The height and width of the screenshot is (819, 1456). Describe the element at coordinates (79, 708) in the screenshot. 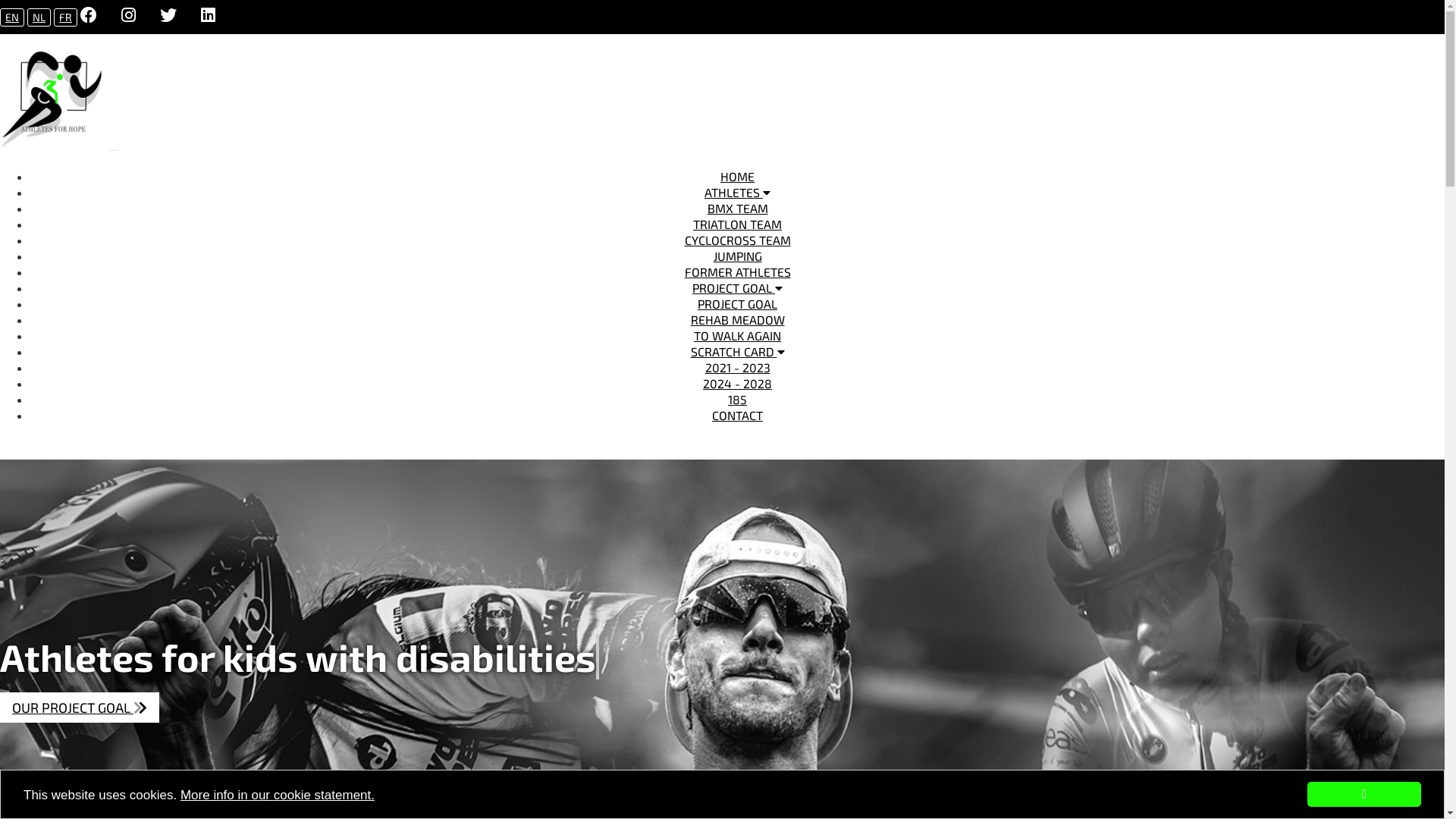

I see `'OUR PROJECT GOAL '` at that location.